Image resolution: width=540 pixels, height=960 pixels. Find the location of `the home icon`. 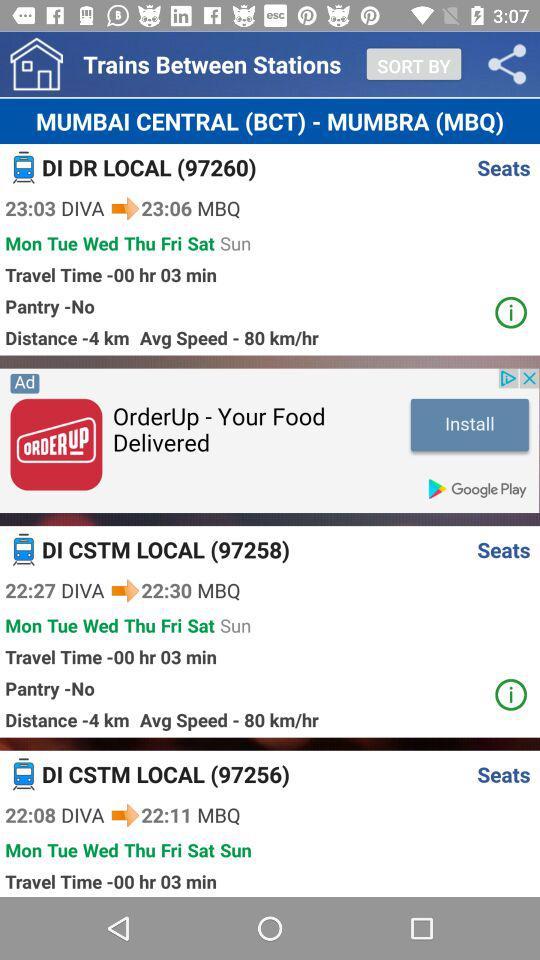

the home icon is located at coordinates (36, 64).